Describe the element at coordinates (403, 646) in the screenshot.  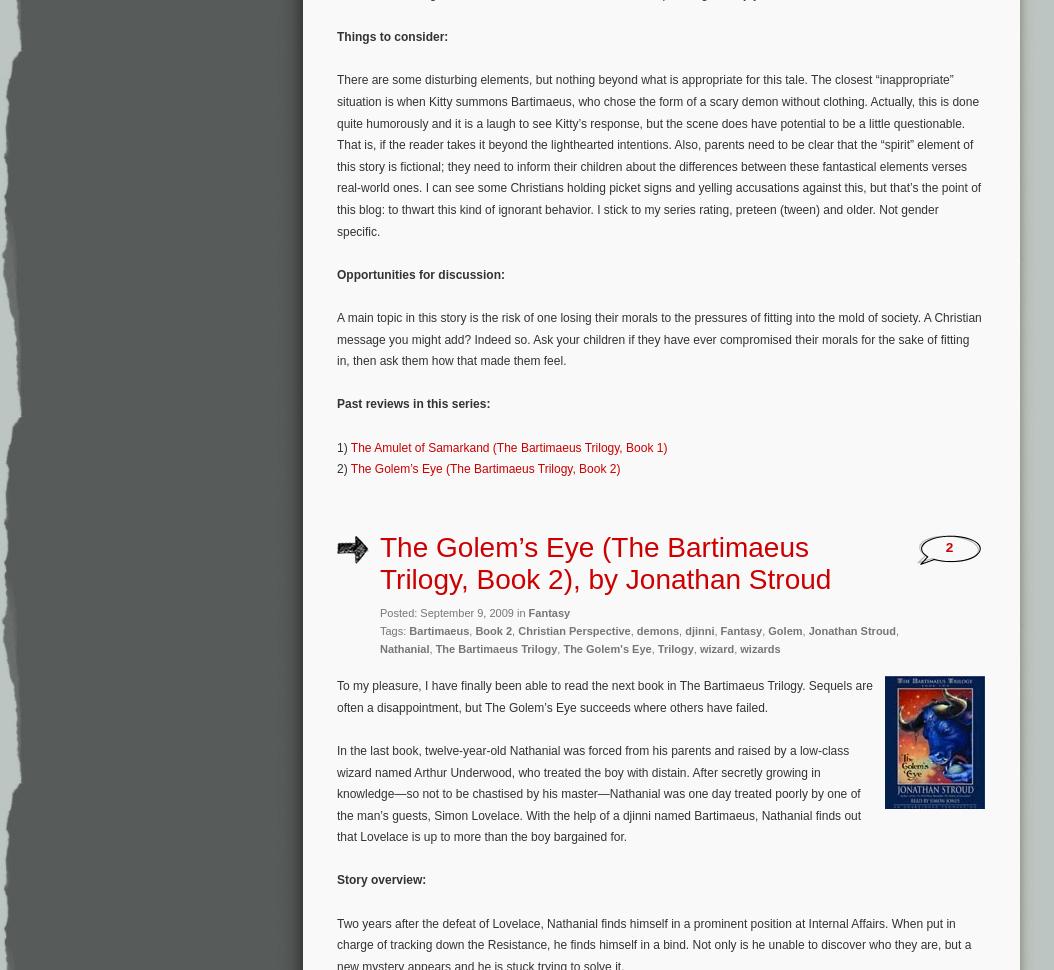
I see `'Nathanial'` at that location.